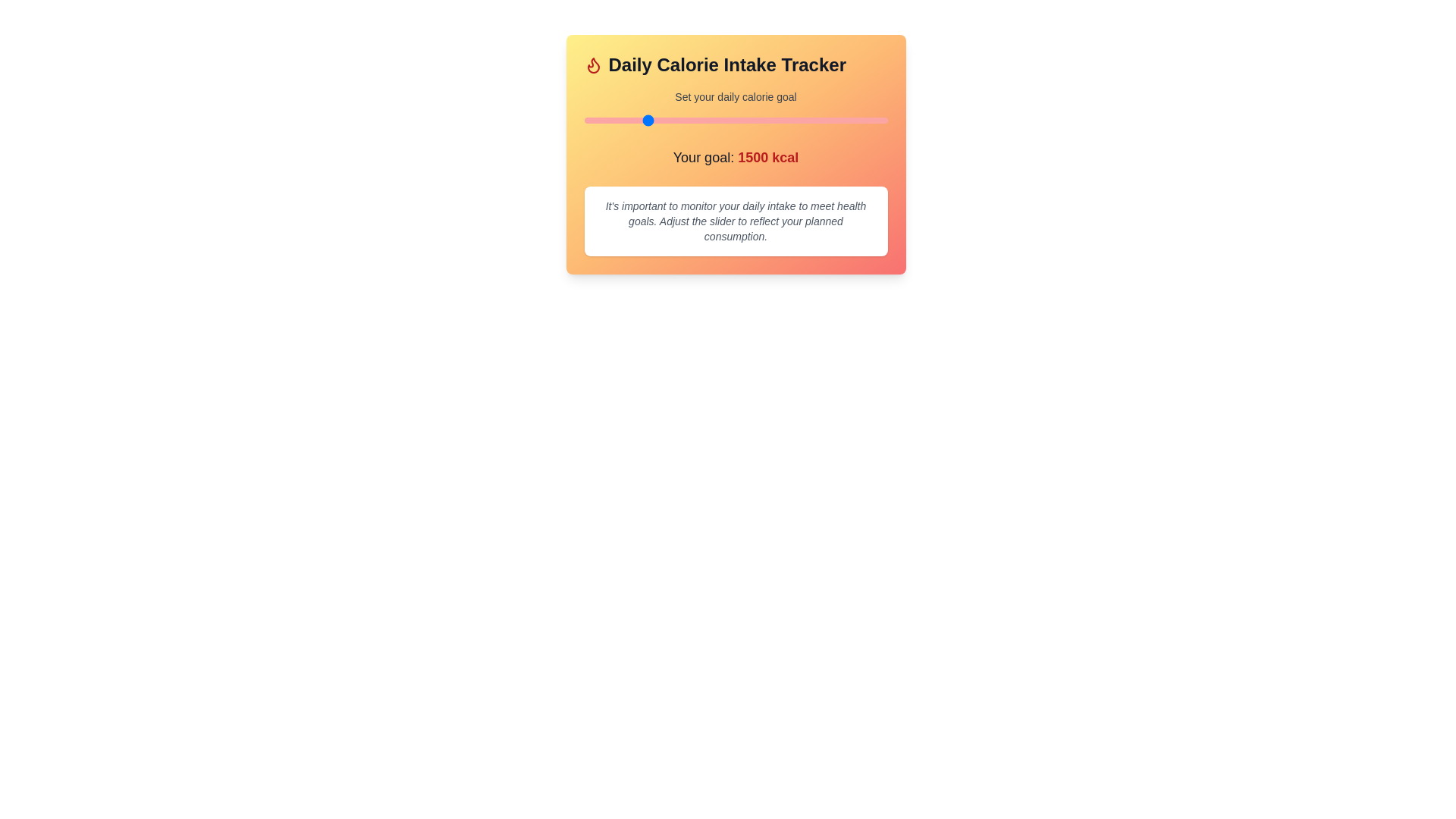 This screenshot has height=819, width=1456. Describe the element at coordinates (679, 119) in the screenshot. I see `the calorie goal slider to a value of 1795` at that location.